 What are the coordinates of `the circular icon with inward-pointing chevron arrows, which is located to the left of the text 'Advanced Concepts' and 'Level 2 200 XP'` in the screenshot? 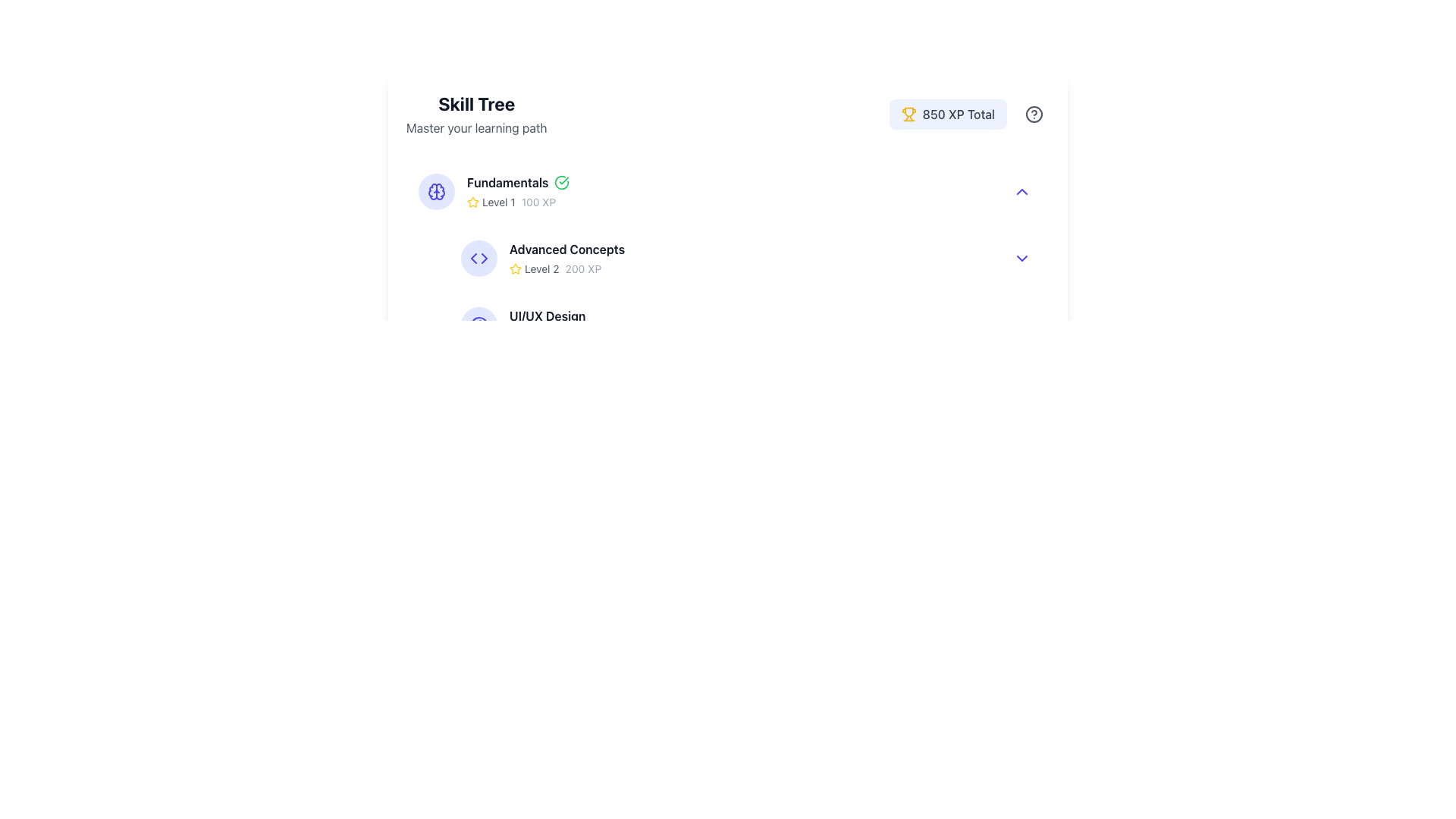 It's located at (479, 257).